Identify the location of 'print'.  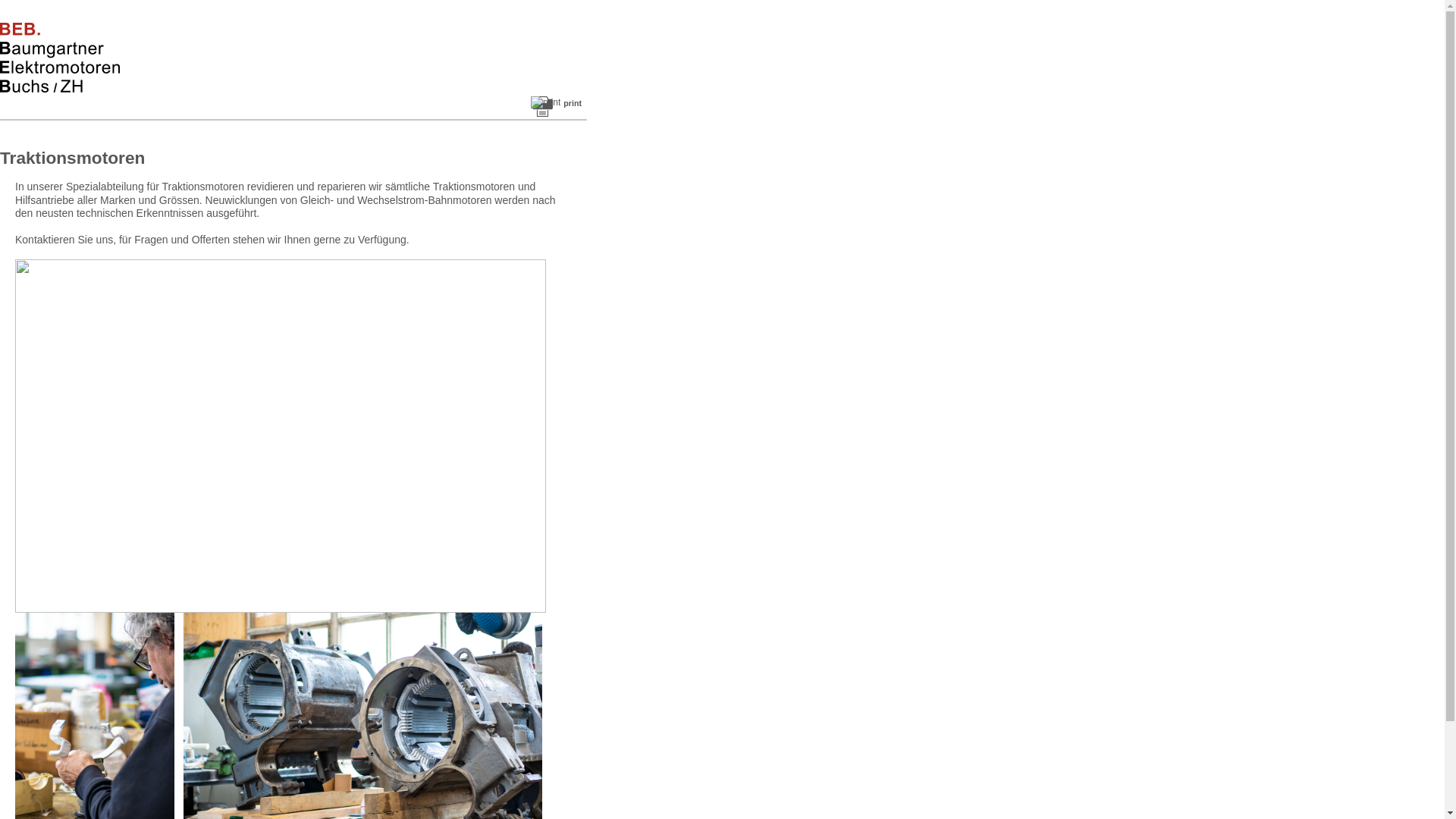
(531, 105).